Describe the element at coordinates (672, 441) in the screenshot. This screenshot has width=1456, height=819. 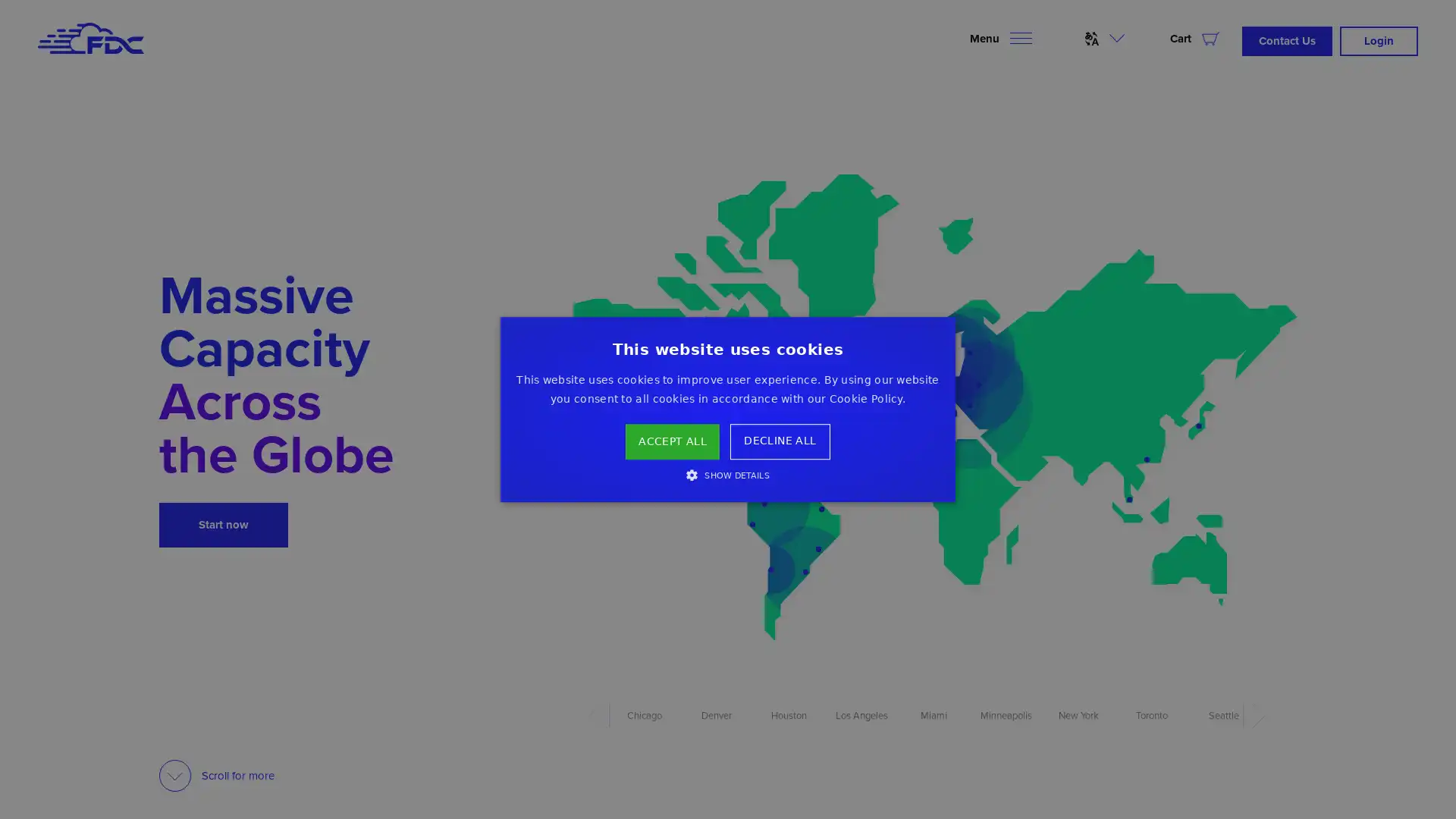
I see `ACCEPT ALL` at that location.